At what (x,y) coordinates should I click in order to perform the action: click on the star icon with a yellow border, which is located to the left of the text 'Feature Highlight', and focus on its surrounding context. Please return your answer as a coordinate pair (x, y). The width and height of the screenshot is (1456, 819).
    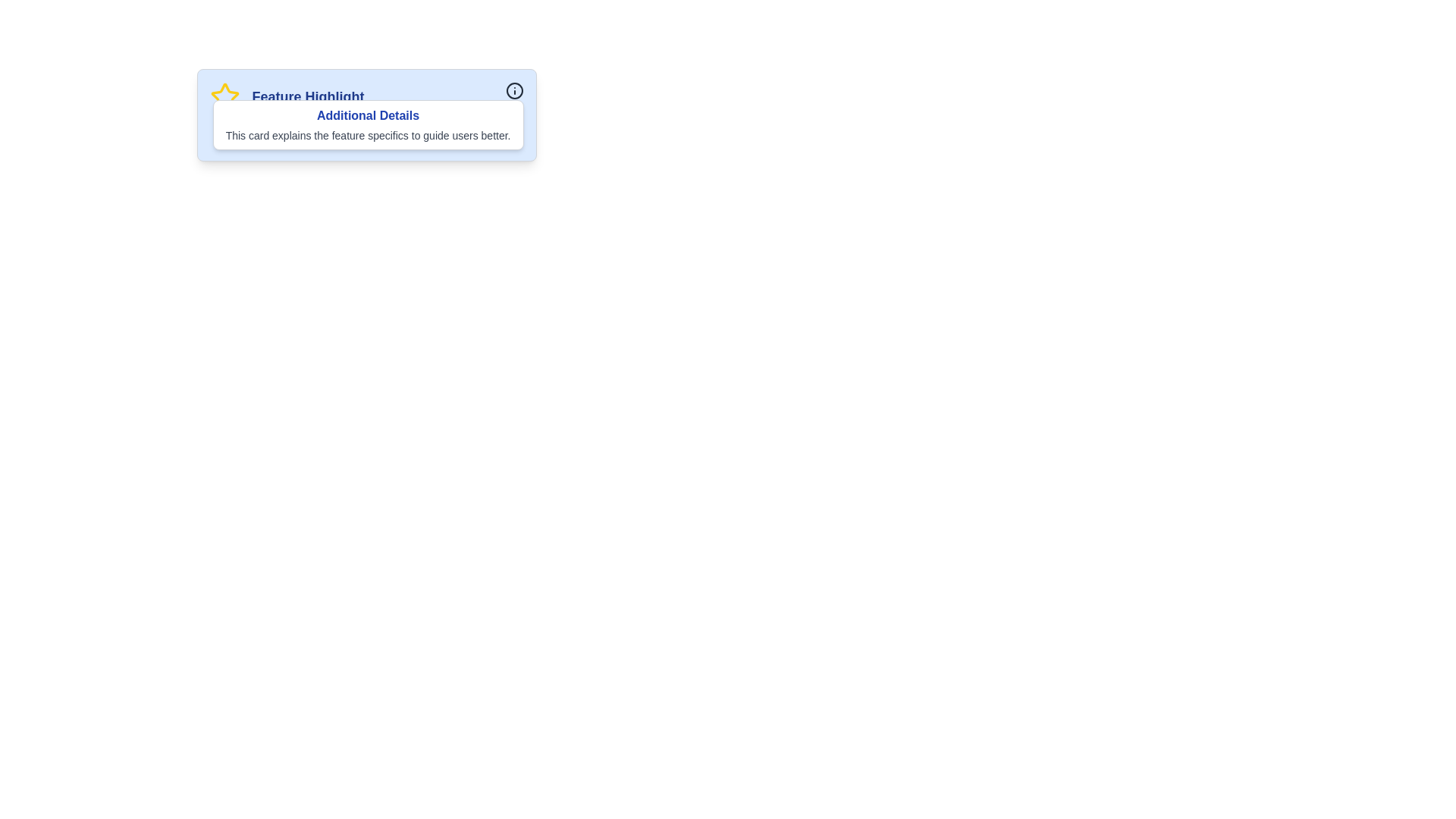
    Looking at the image, I should click on (224, 96).